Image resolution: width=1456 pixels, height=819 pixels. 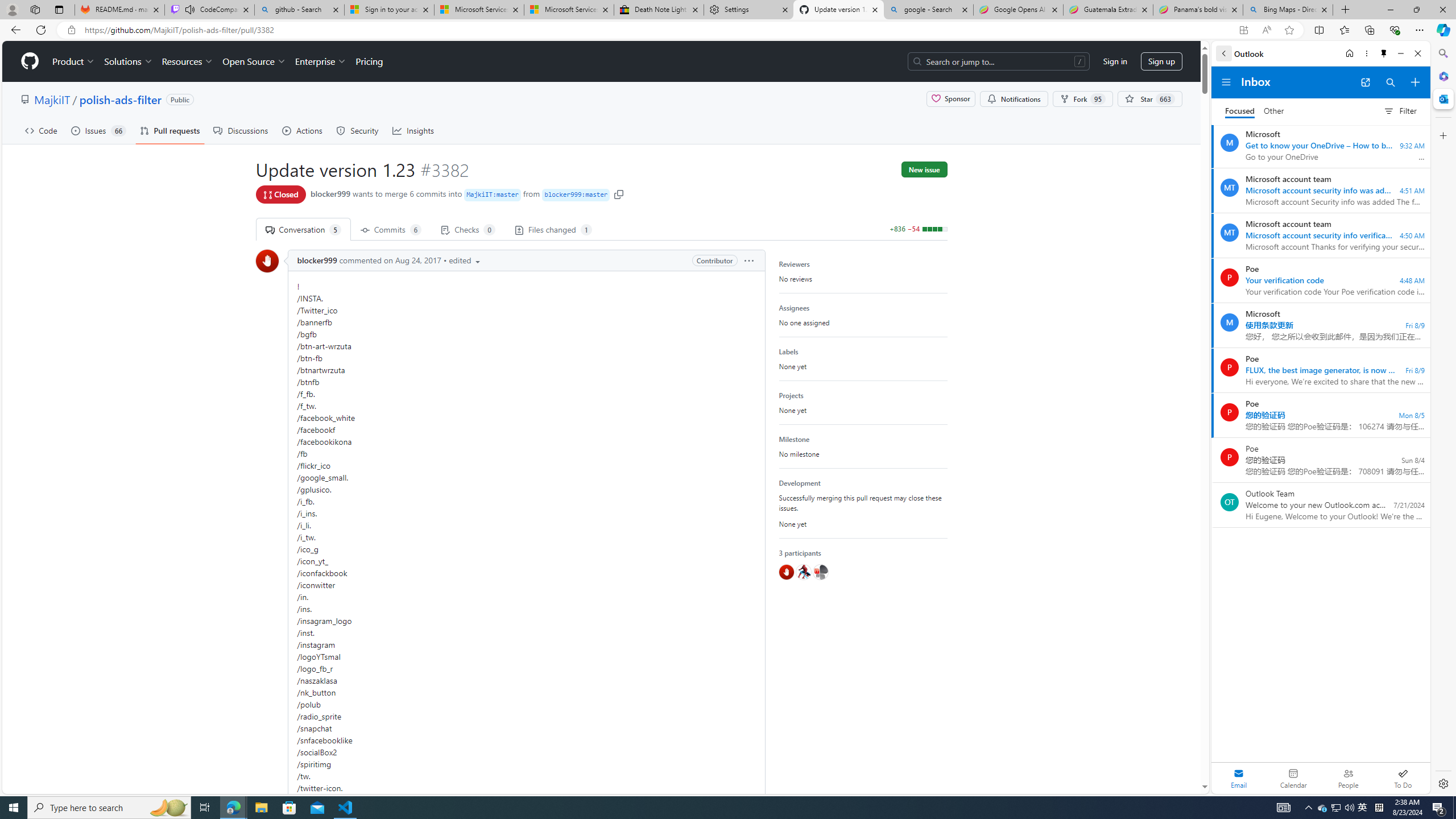 What do you see at coordinates (390, 229) in the screenshot?
I see `' Commits 6'` at bounding box center [390, 229].